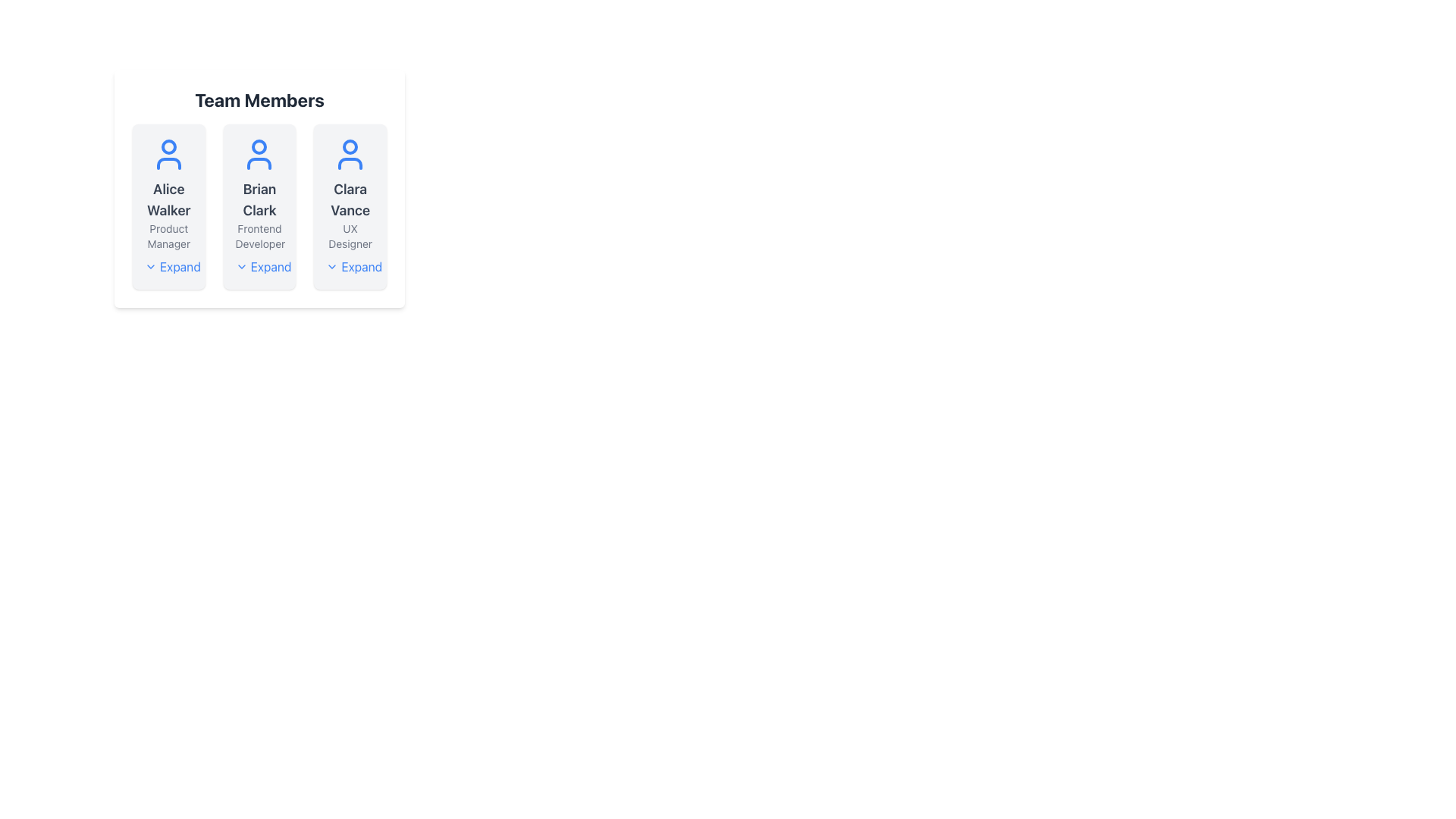 This screenshot has height=819, width=1456. What do you see at coordinates (172, 265) in the screenshot?
I see `the 'Expand' button with a blue color and a downward chevron icon` at bounding box center [172, 265].